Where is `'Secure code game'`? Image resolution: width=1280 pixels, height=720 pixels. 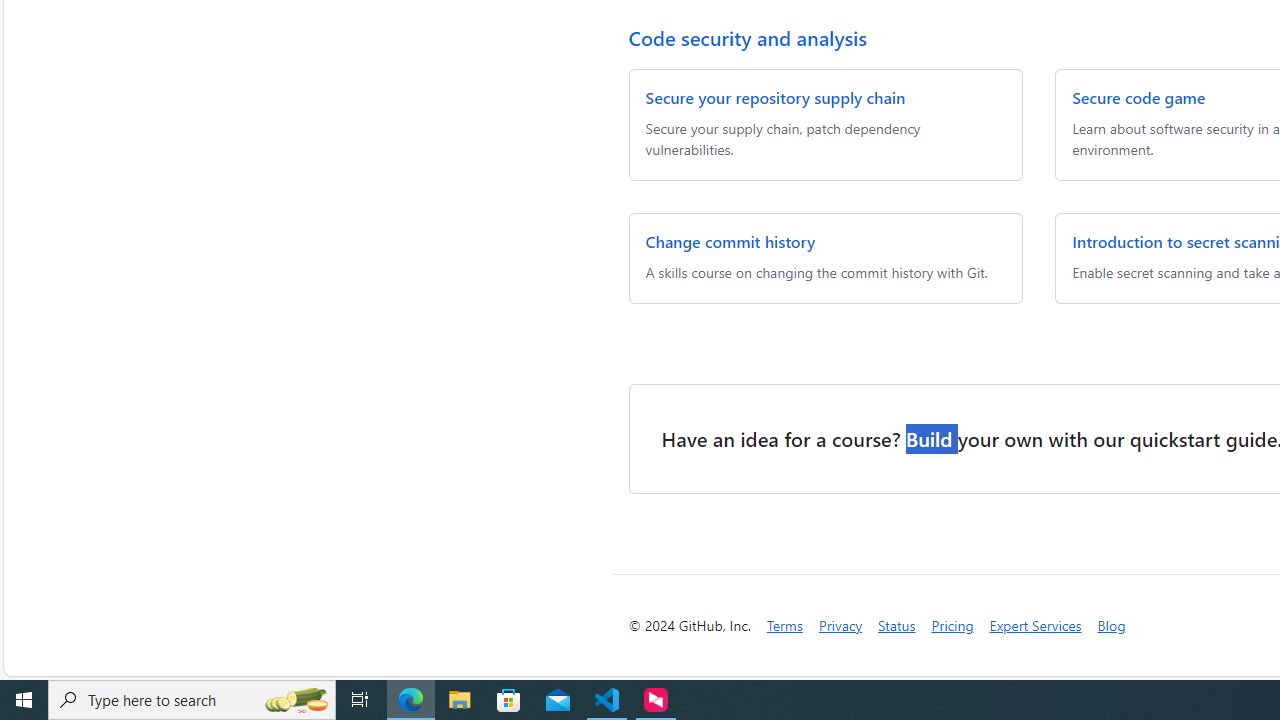
'Secure code game' is located at coordinates (1139, 97).